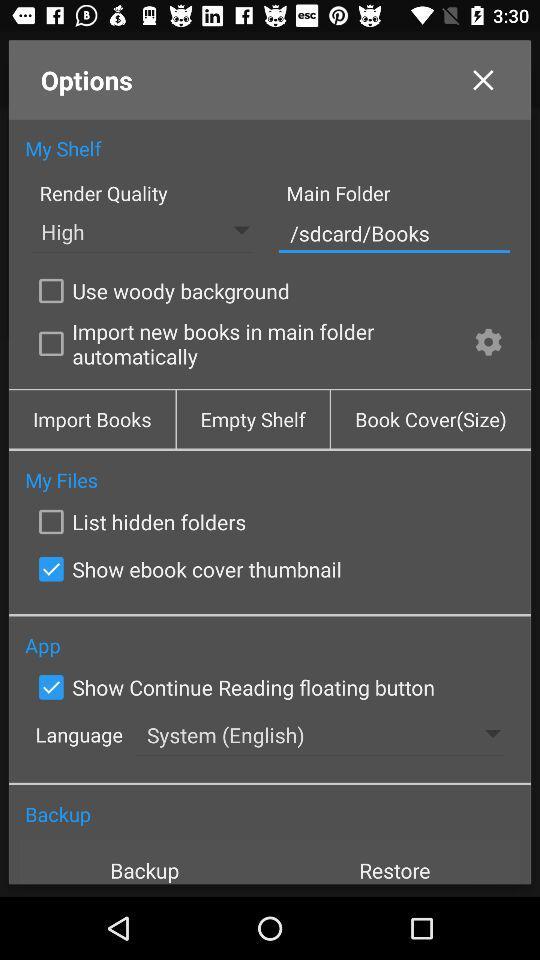  Describe the element at coordinates (186, 569) in the screenshot. I see `the show ebook cover icon` at that location.